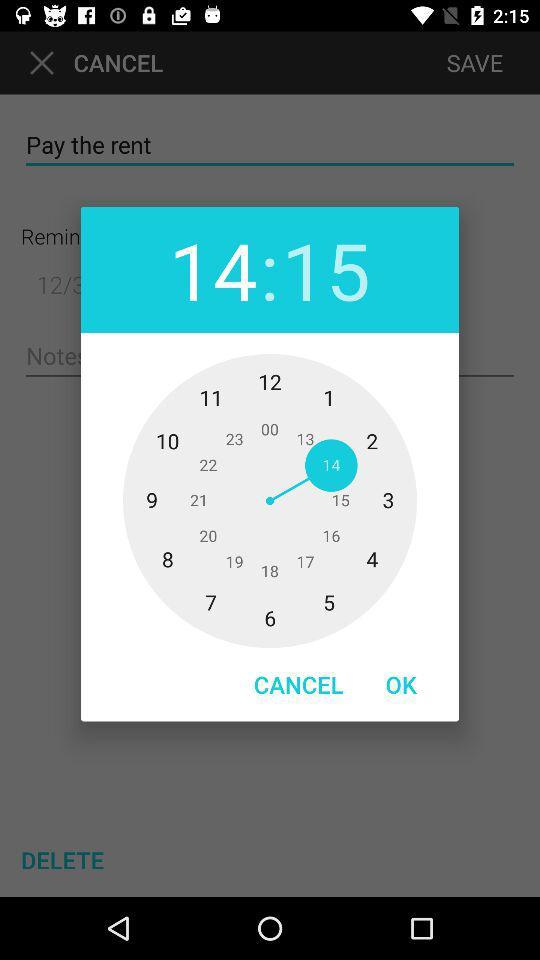 The width and height of the screenshot is (540, 960). Describe the element at coordinates (212, 268) in the screenshot. I see `icon to the left of the :` at that location.